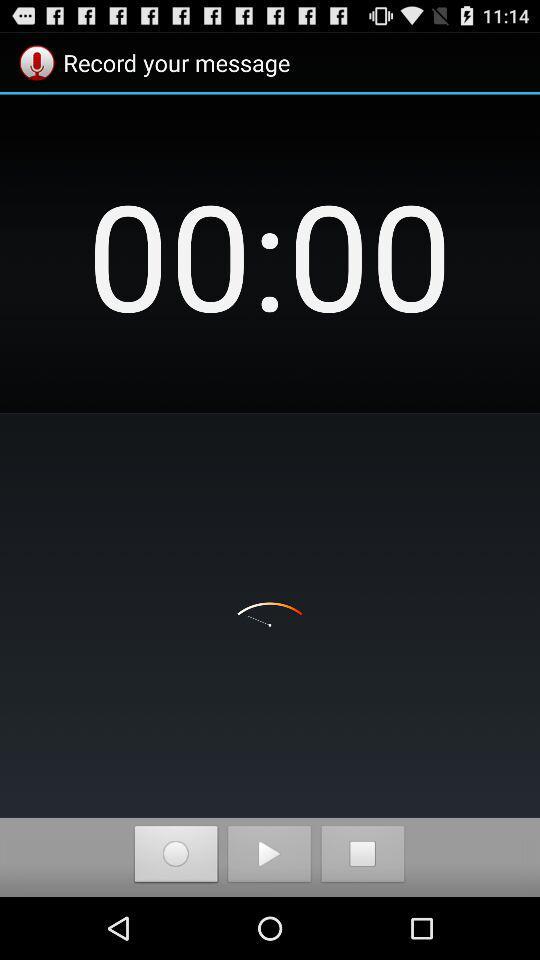  Describe the element at coordinates (269, 917) in the screenshot. I see `the play icon` at that location.